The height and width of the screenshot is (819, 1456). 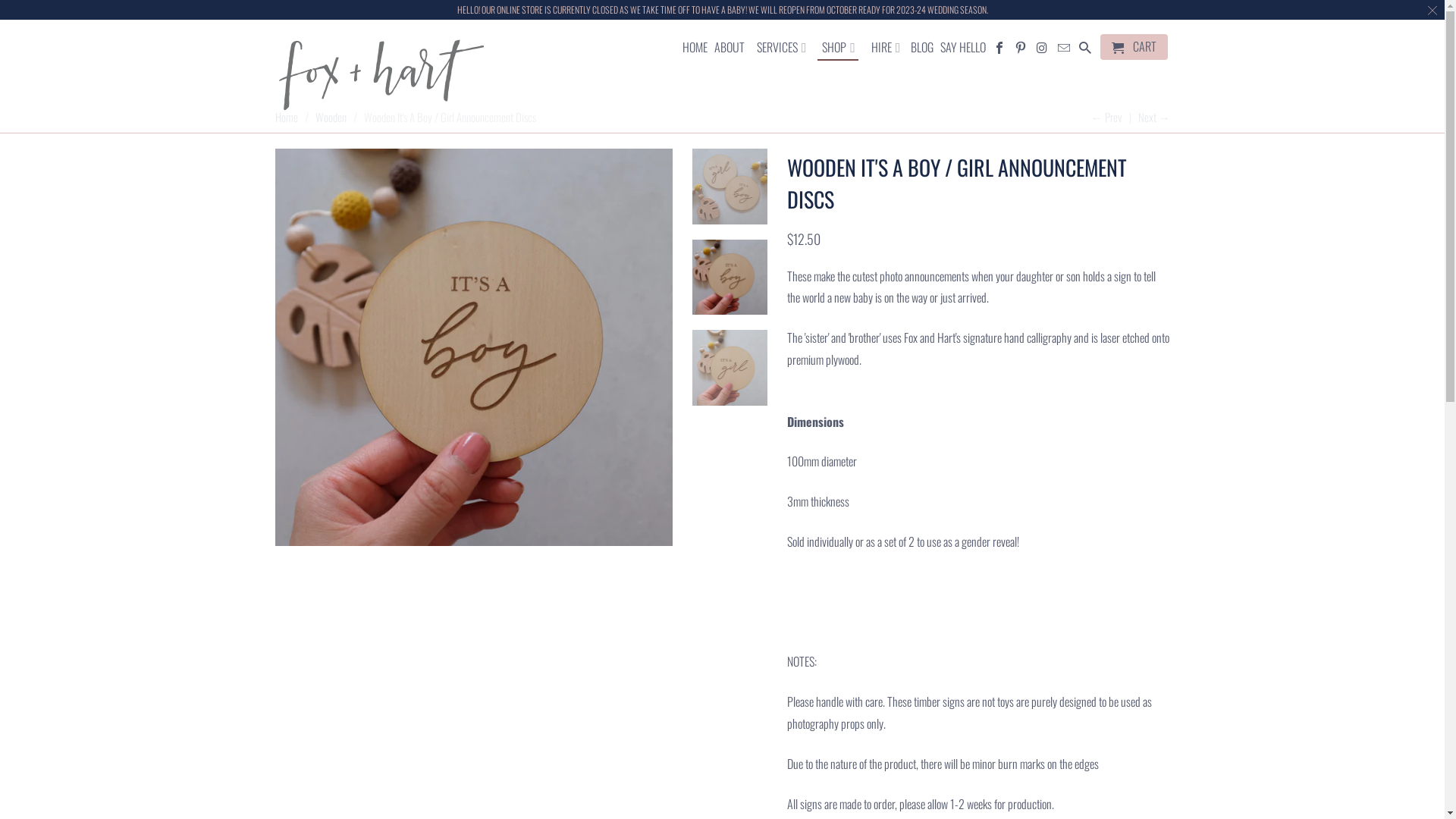 I want to click on 'BLOG', so click(x=921, y=49).